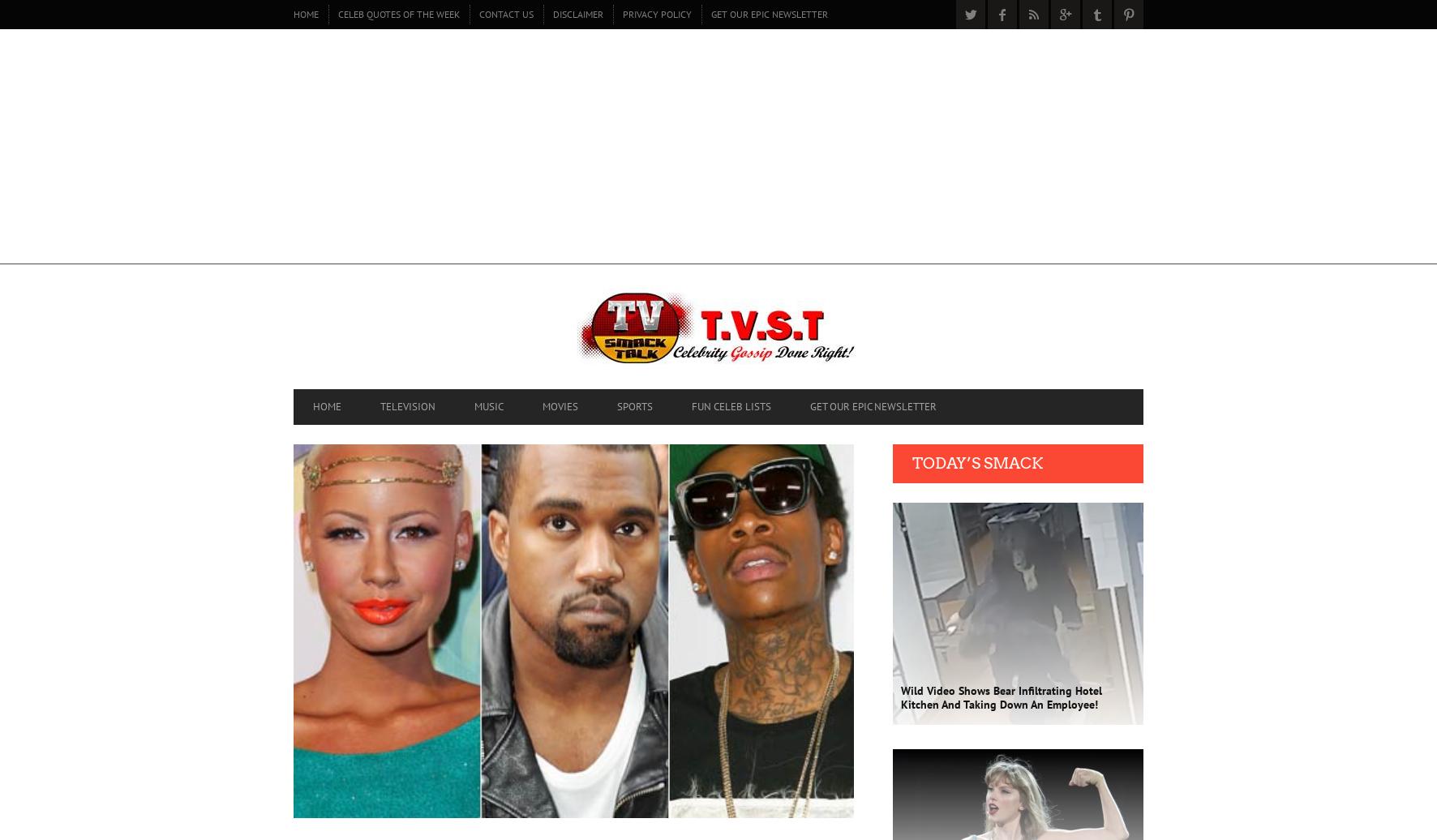 This screenshot has width=1437, height=840. Describe the element at coordinates (976, 463) in the screenshot. I see `'TODAY’S SMACK'` at that location.